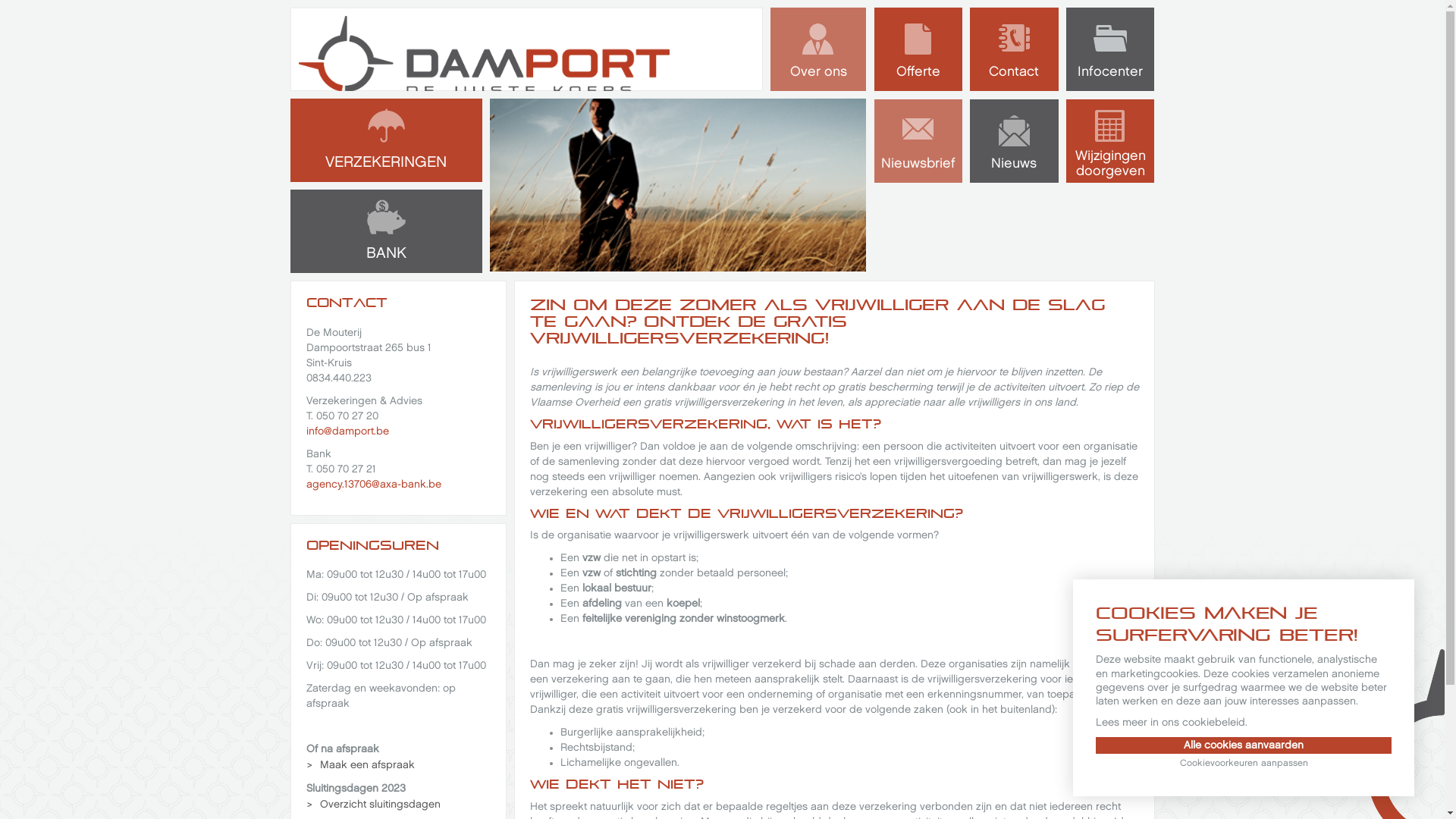 The image size is (1456, 819). I want to click on 'agency.13706@axa-bank.be', so click(305, 484).